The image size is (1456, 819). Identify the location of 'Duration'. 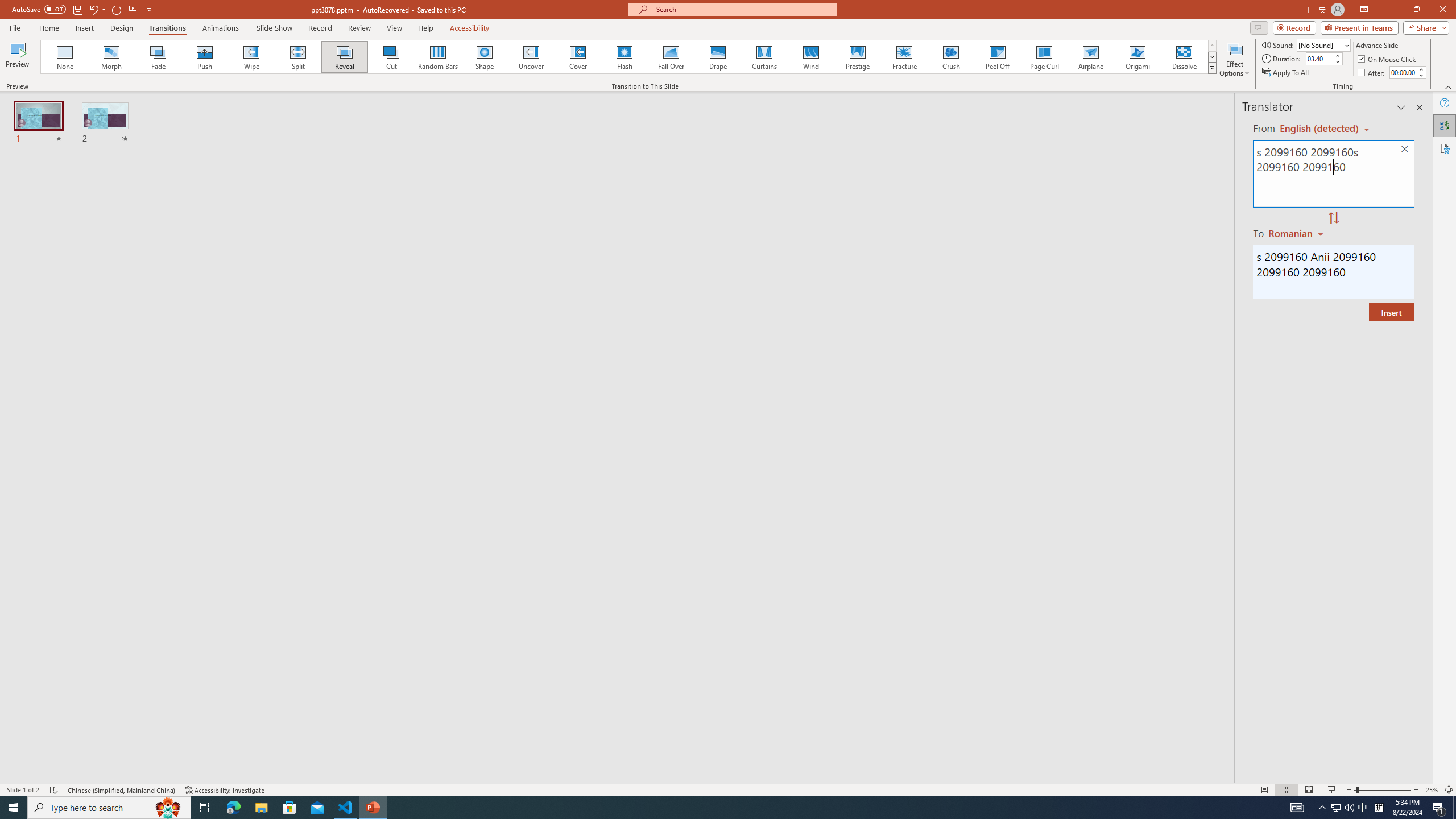
(1319, 58).